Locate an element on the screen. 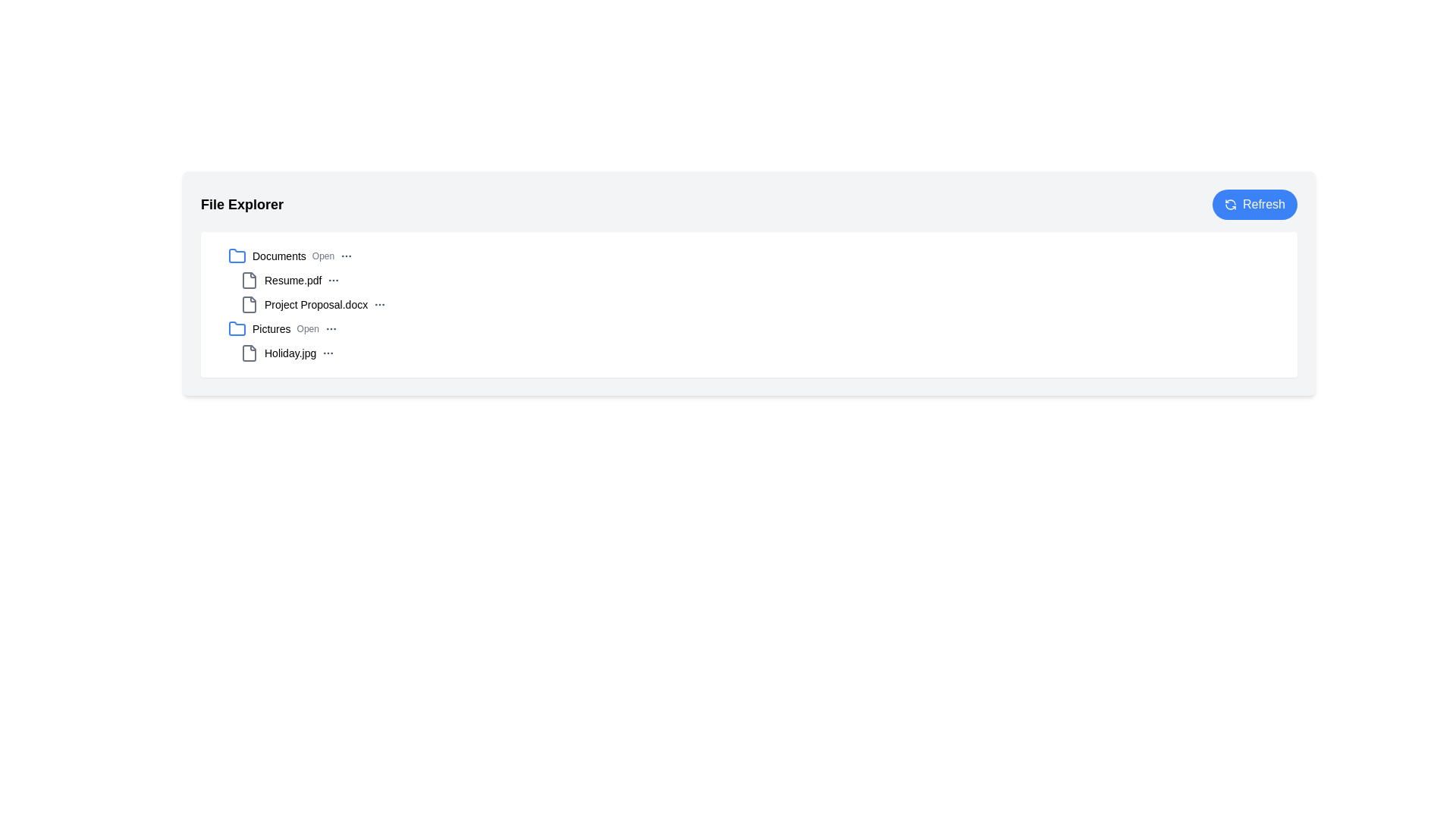 This screenshot has height=819, width=1456. the ellipsis menu icon associated with the 'Project Proposal.docx' file is located at coordinates (380, 304).